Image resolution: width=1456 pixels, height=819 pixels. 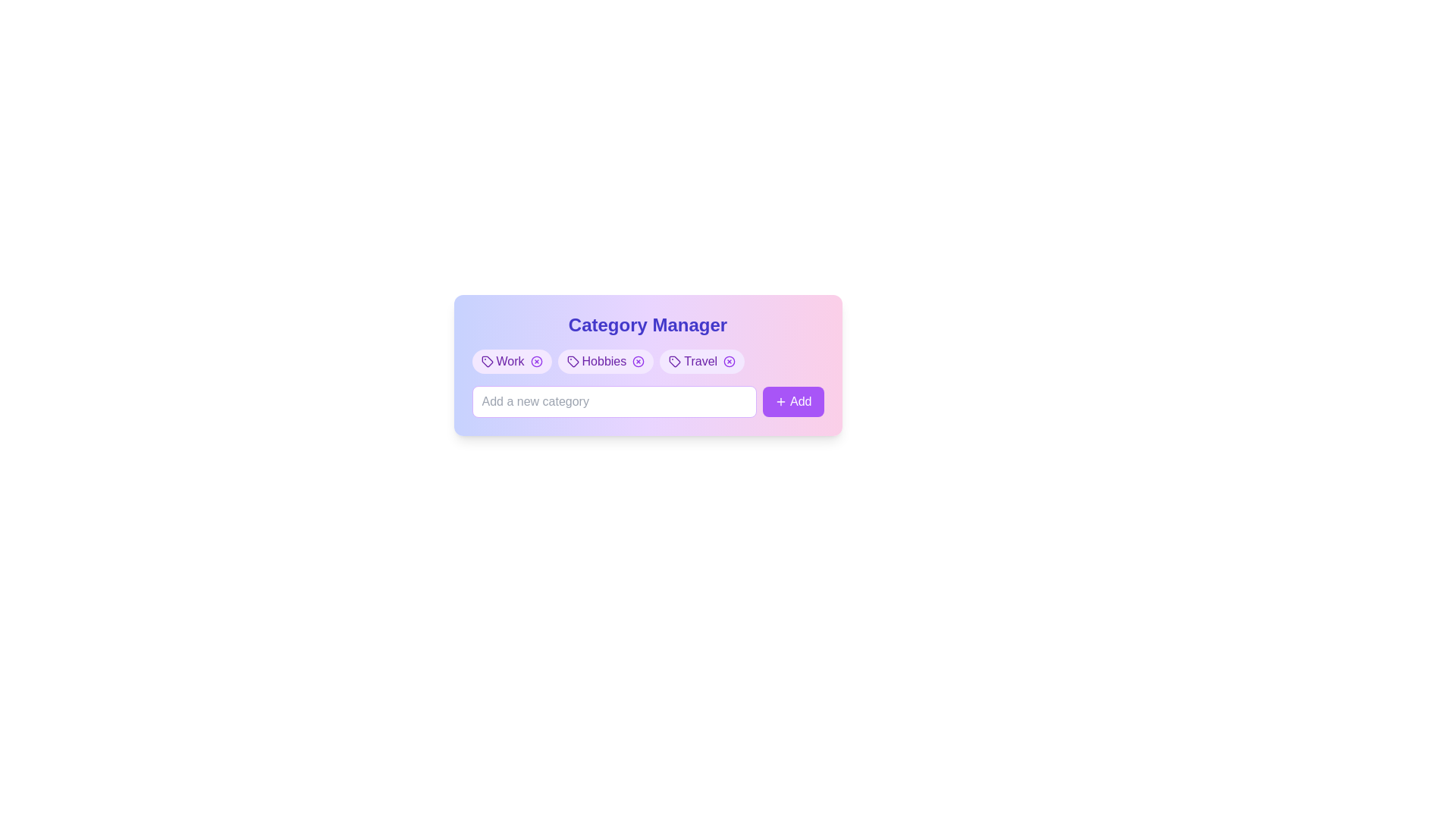 I want to click on the small, purple, tag-shaped icon with a hollow center located to the left of the 'Hobbies' label text, so click(x=572, y=362).